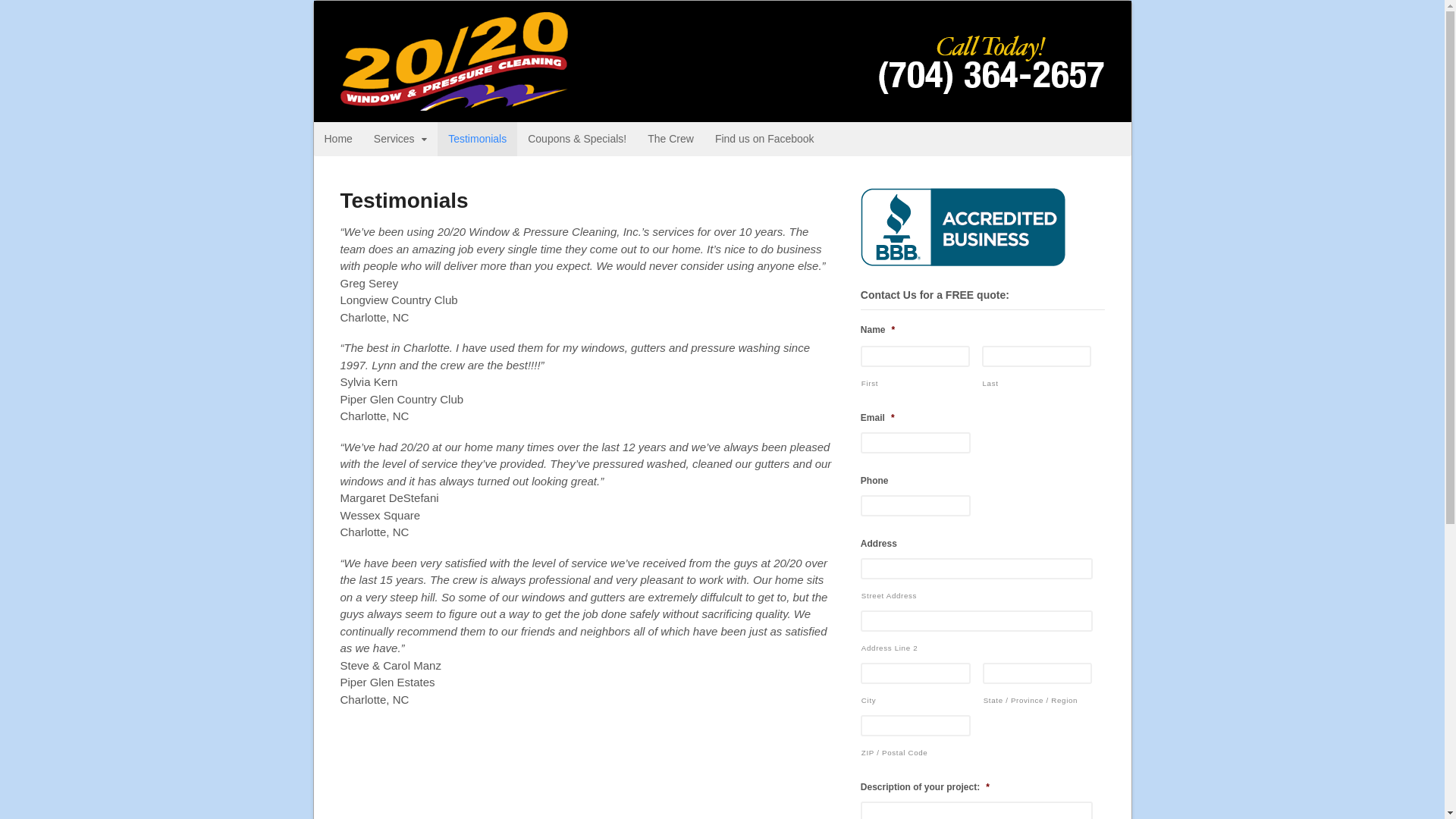 The height and width of the screenshot is (819, 1456). I want to click on 'Testimonials', so click(476, 139).